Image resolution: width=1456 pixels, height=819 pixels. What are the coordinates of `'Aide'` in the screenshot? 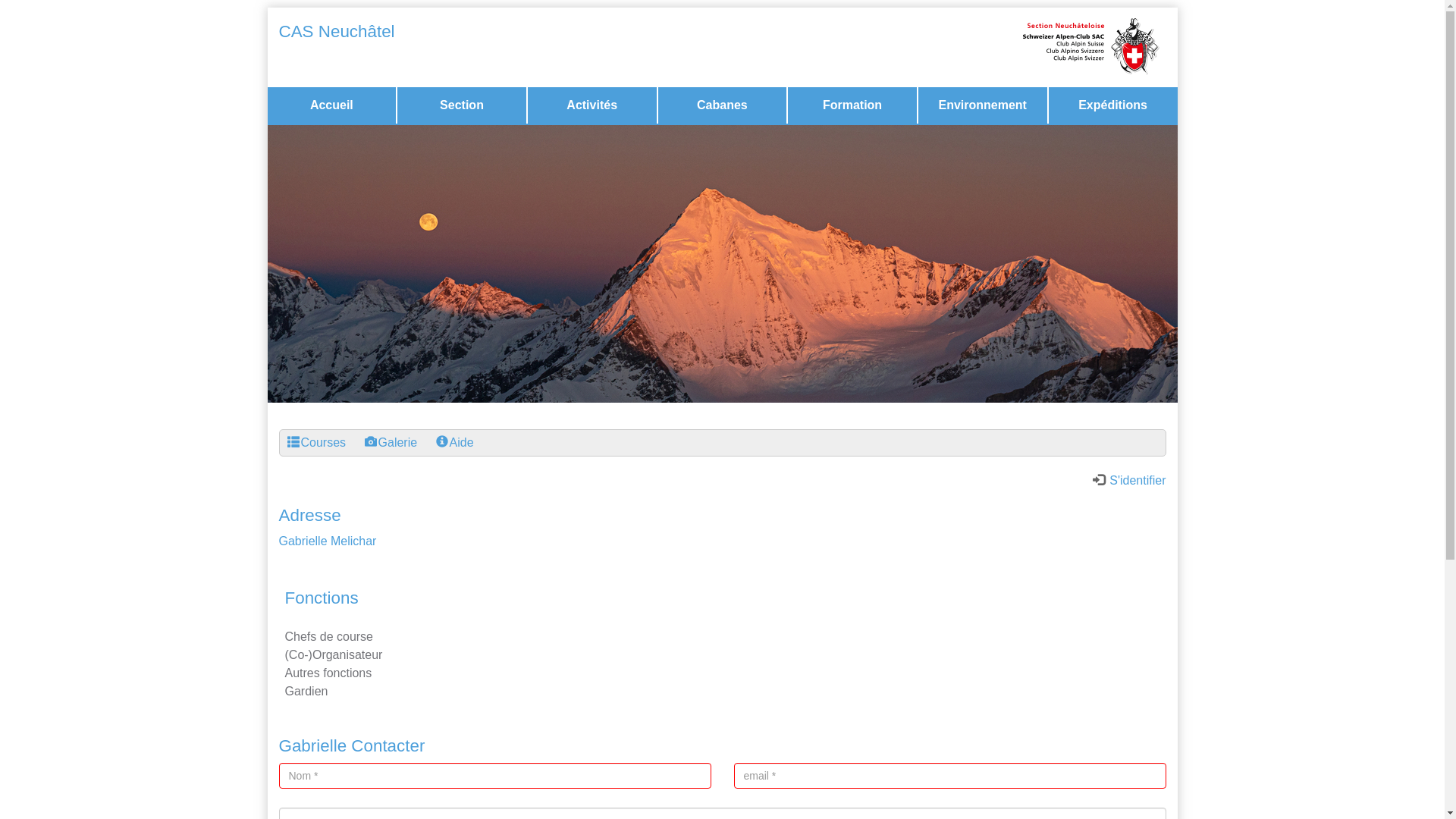 It's located at (454, 442).